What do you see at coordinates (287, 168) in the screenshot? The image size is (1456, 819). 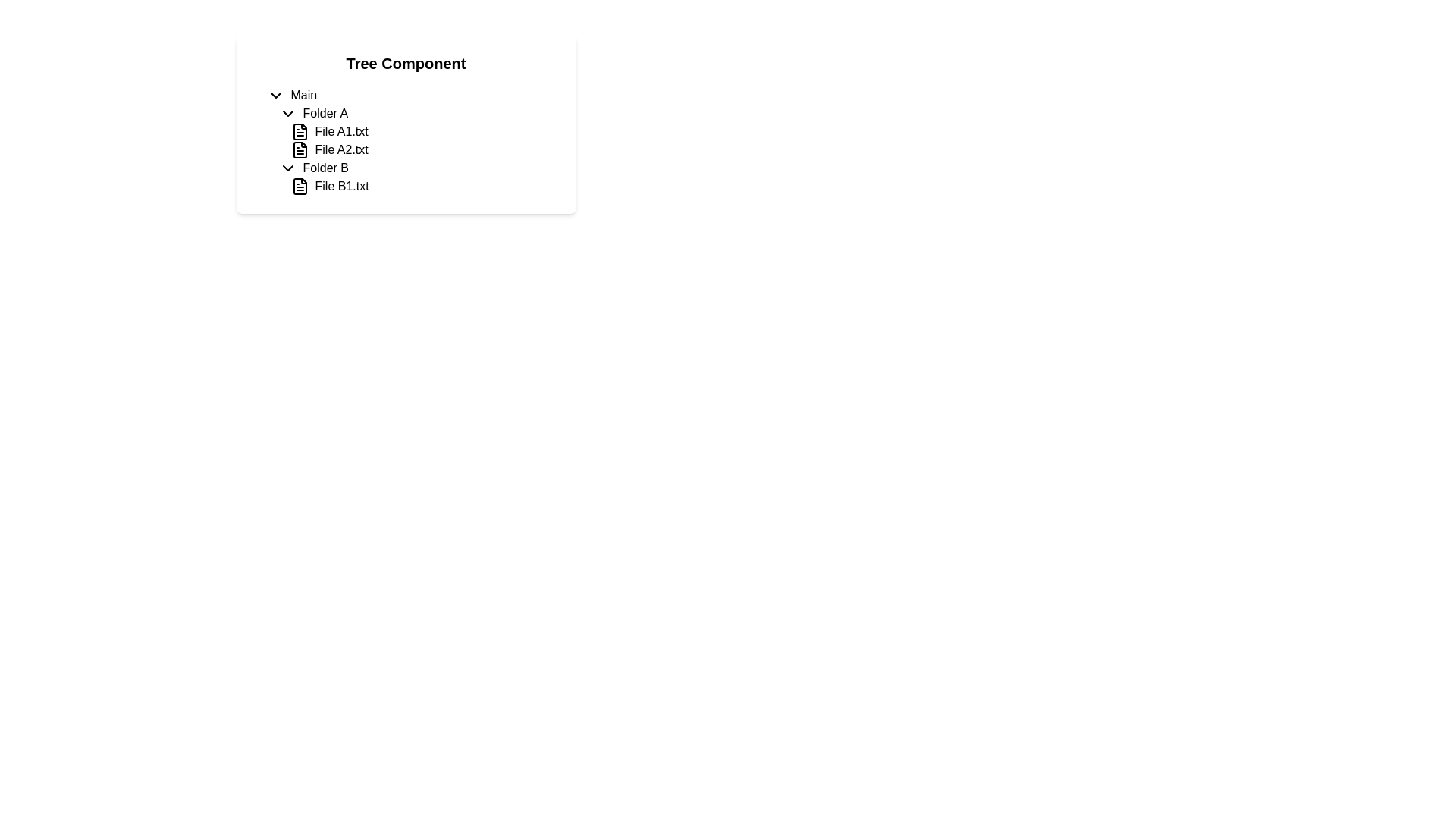 I see `the Chevron icon that toggles the expansion state of 'Folder B' in the tree structure display` at bounding box center [287, 168].